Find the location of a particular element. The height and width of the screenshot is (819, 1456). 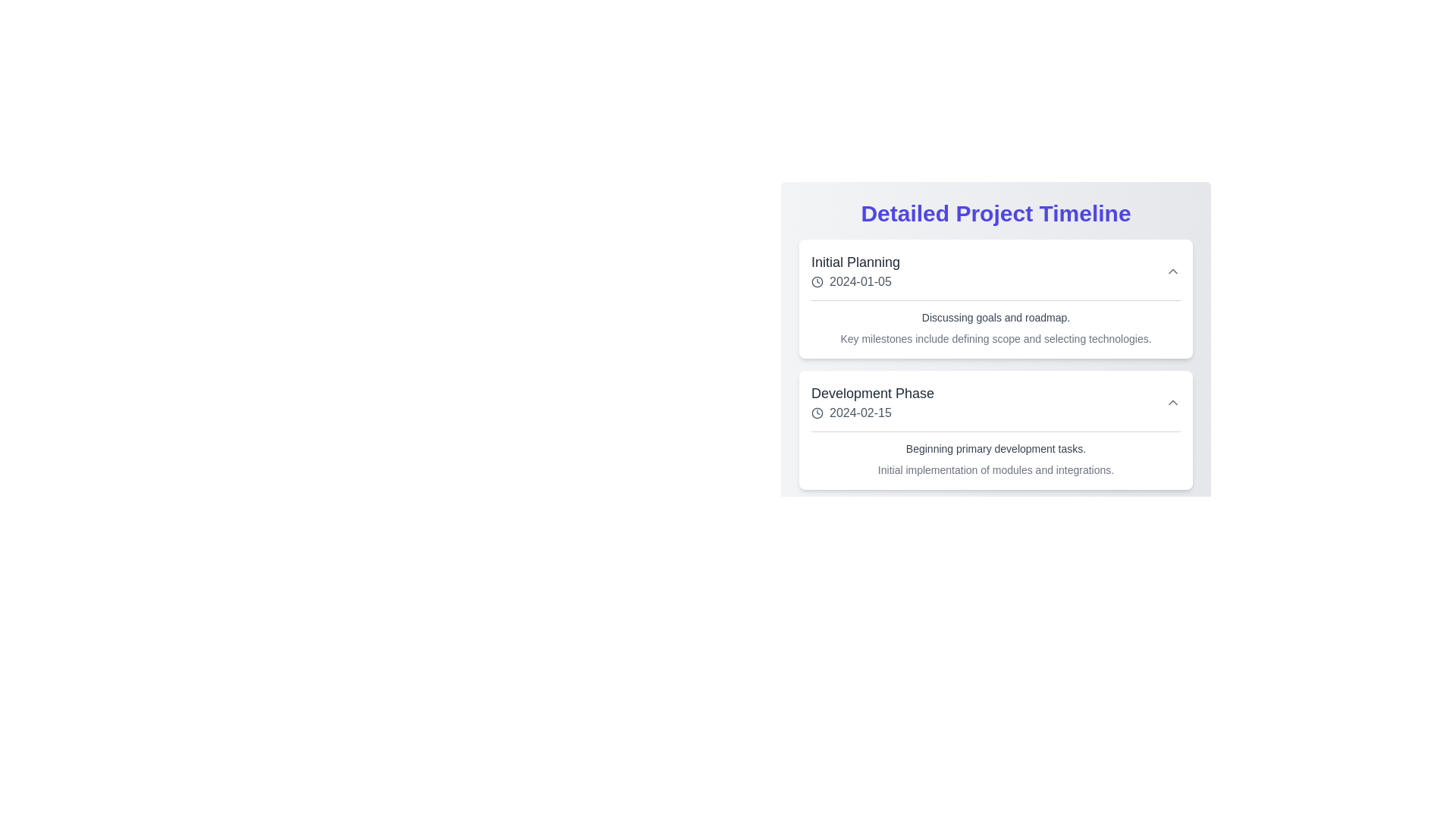

the displayed date value '2024-01-05' located below the 'Initial Planning' section title in the project timeline layout is located at coordinates (855, 281).